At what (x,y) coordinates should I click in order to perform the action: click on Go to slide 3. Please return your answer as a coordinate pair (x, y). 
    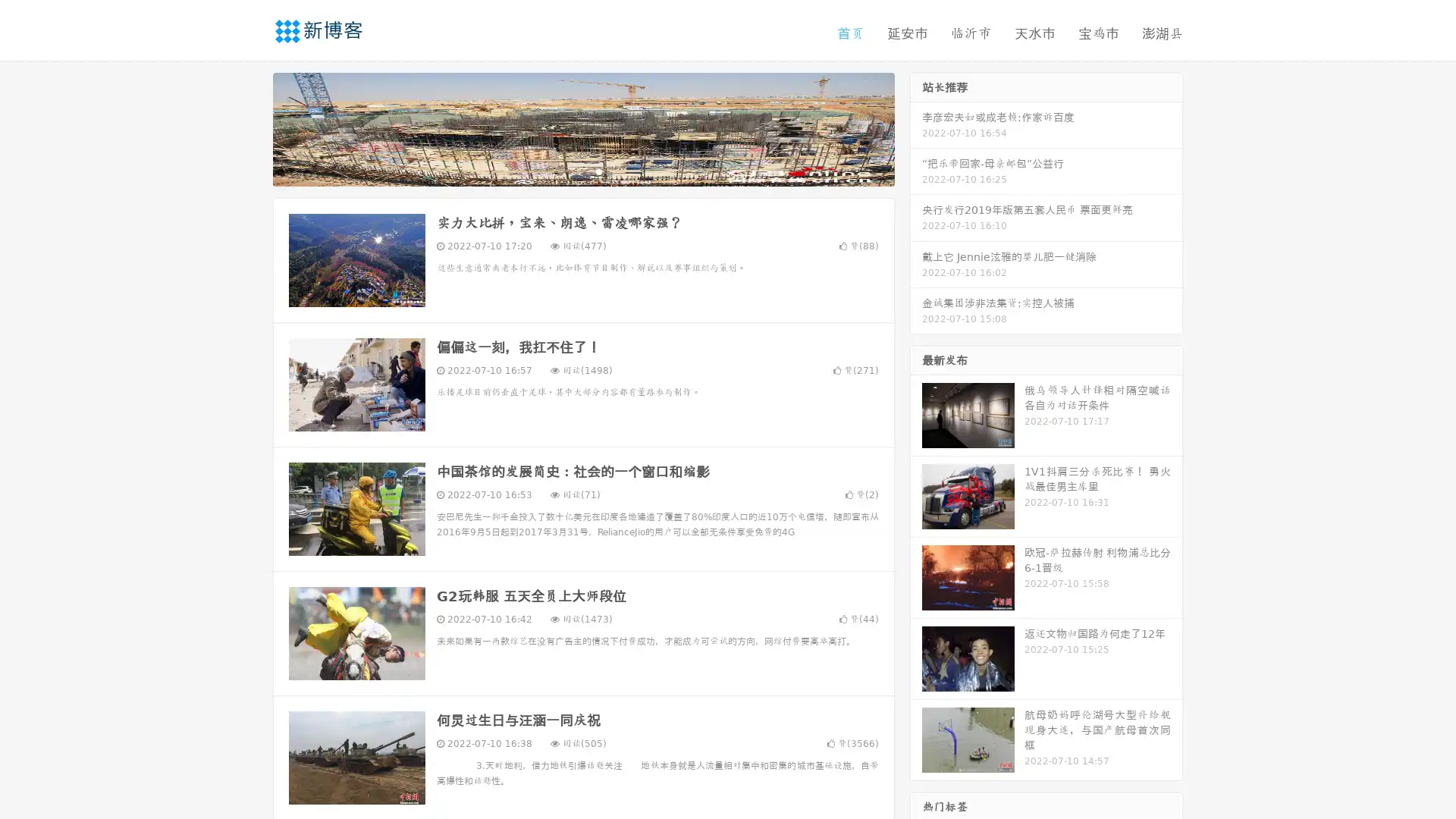
    Looking at the image, I should click on (598, 171).